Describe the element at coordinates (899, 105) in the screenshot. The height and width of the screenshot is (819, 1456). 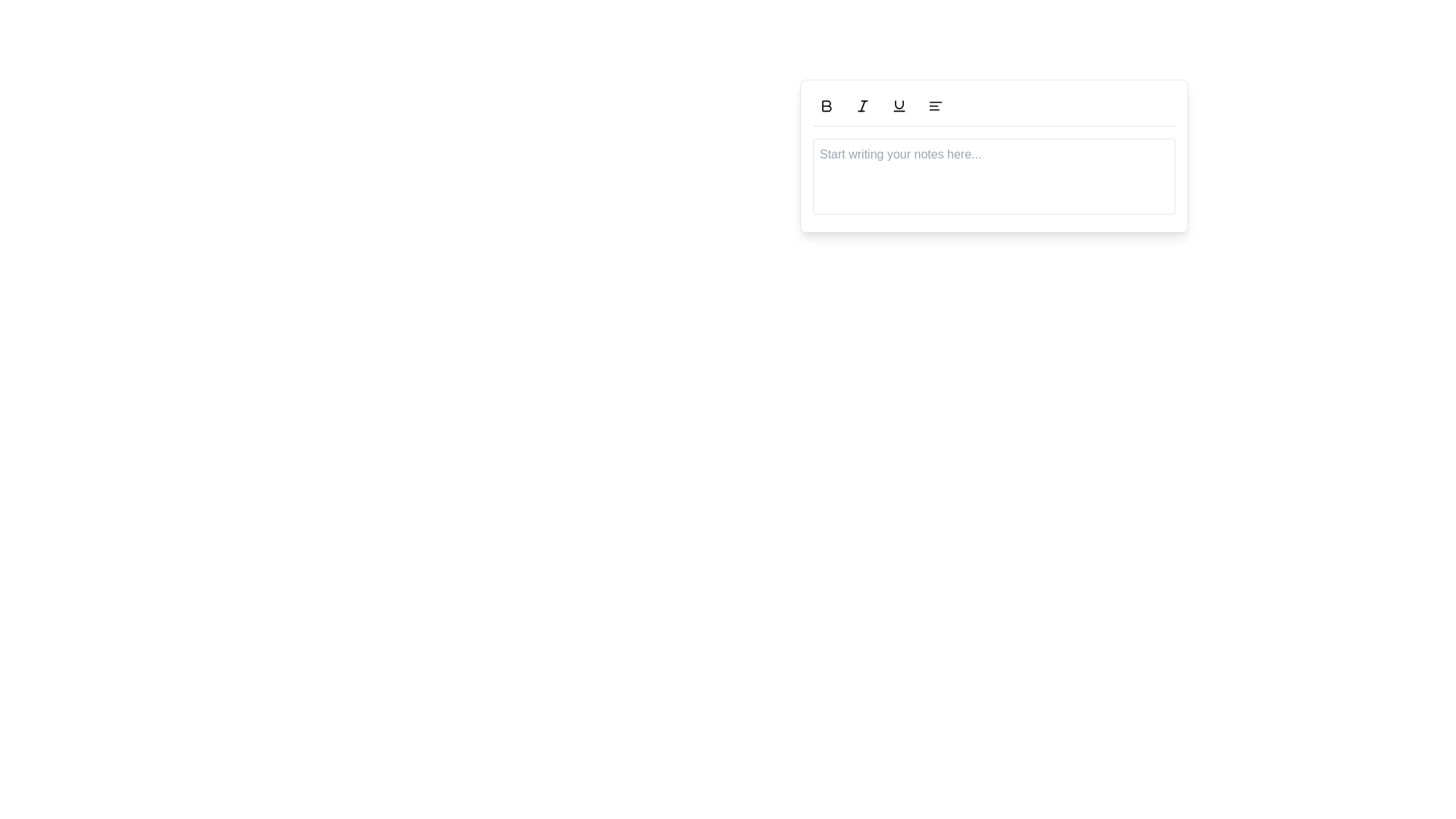
I see `the underline icon button located between the italic (I) icon and the alignment menu in the toolbar` at that location.